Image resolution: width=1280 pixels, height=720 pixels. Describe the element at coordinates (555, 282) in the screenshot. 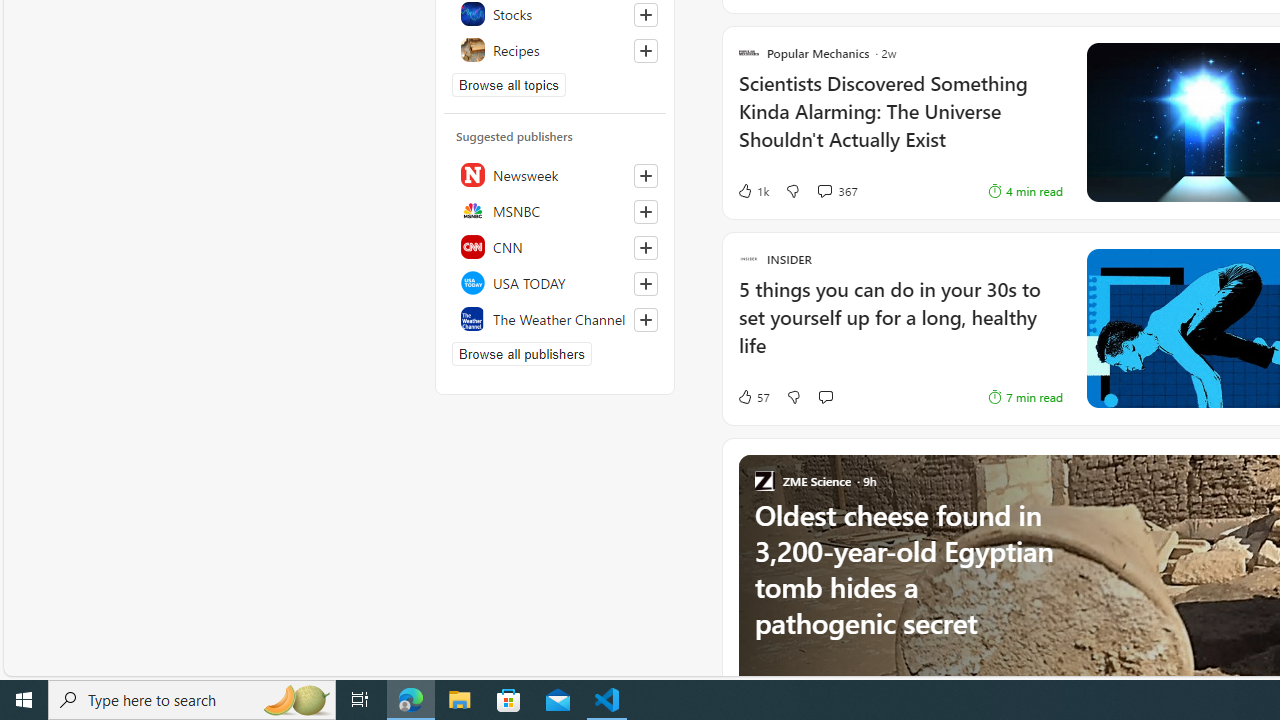

I see `'USA TODAY'` at that location.